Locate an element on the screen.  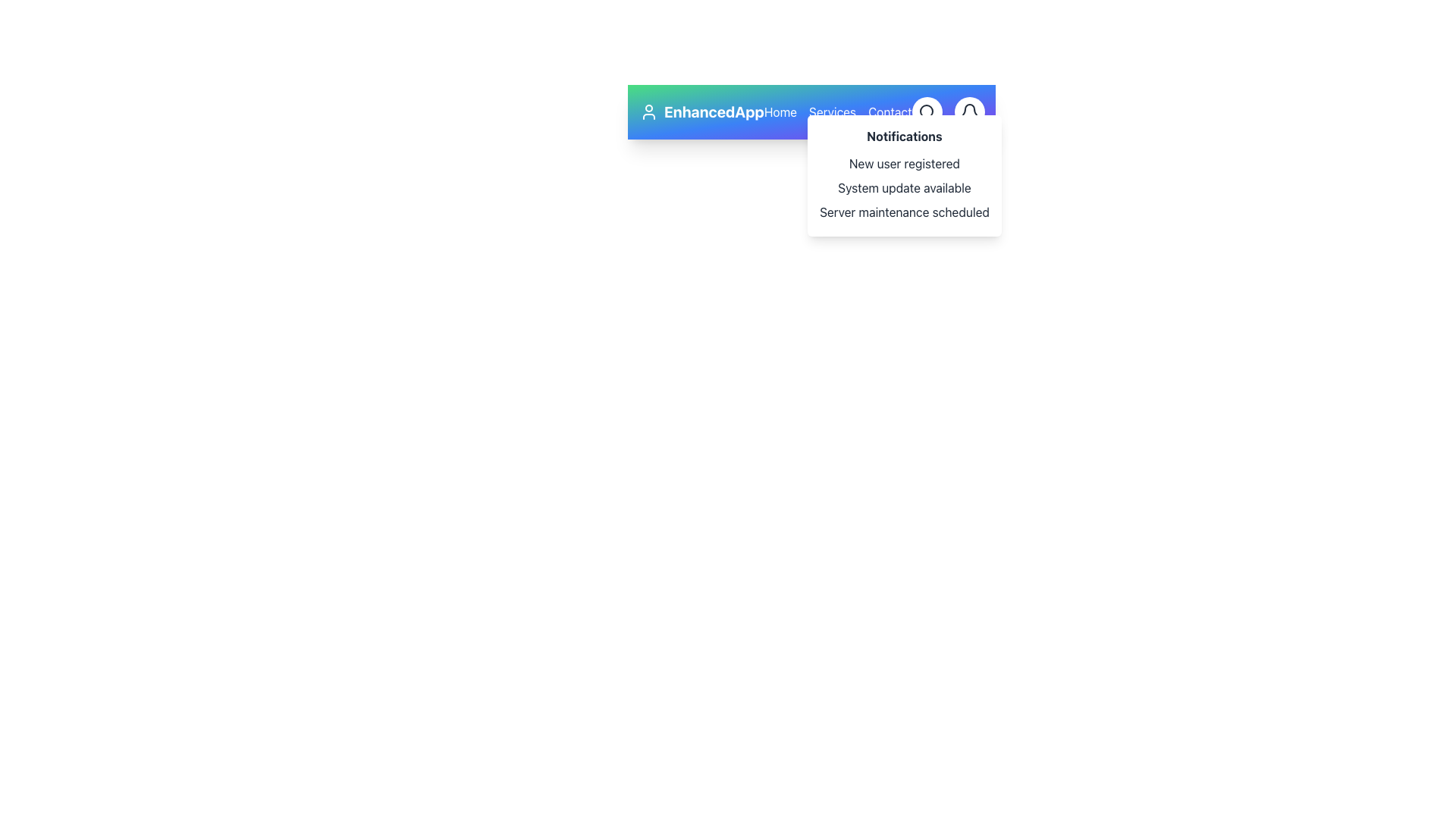
the 'Contact' hyperlink is located at coordinates (890, 111).